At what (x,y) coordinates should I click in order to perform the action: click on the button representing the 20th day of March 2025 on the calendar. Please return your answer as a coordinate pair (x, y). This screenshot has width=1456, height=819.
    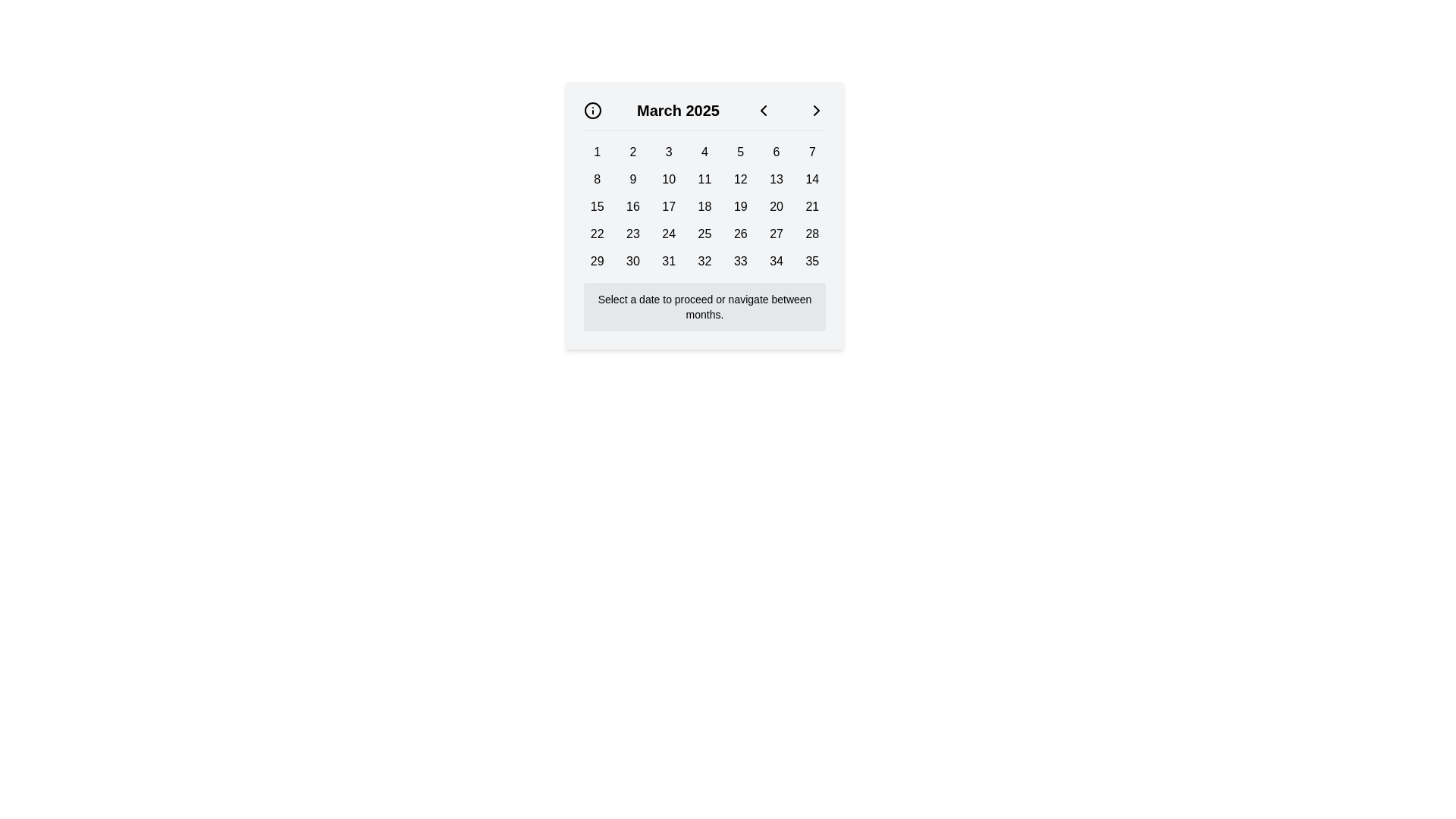
    Looking at the image, I should click on (777, 207).